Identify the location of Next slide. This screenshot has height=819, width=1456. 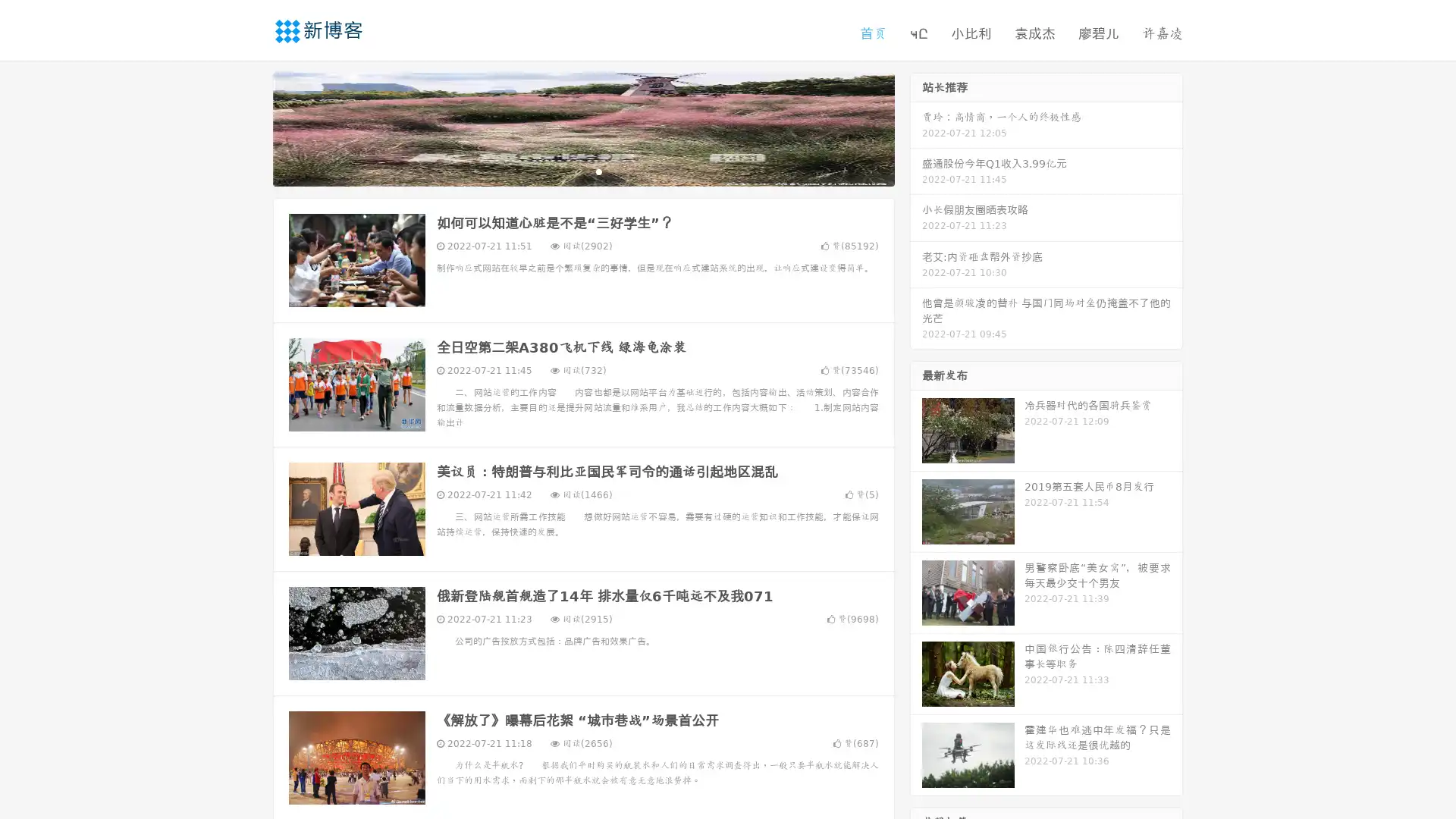
(916, 127).